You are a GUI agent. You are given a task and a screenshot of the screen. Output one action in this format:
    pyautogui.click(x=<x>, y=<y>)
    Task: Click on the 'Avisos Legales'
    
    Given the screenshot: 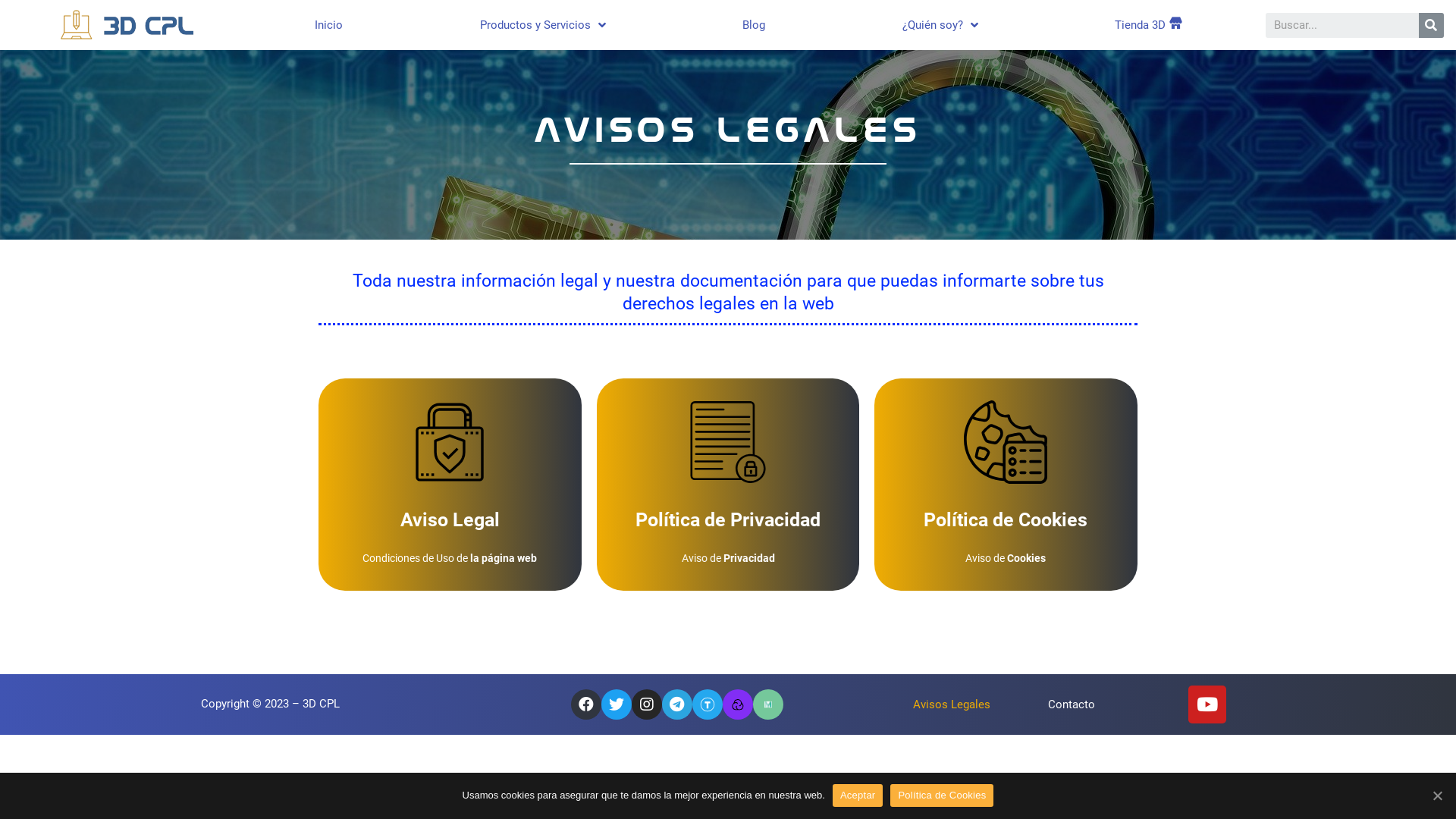 What is the action you would take?
    pyautogui.click(x=950, y=704)
    